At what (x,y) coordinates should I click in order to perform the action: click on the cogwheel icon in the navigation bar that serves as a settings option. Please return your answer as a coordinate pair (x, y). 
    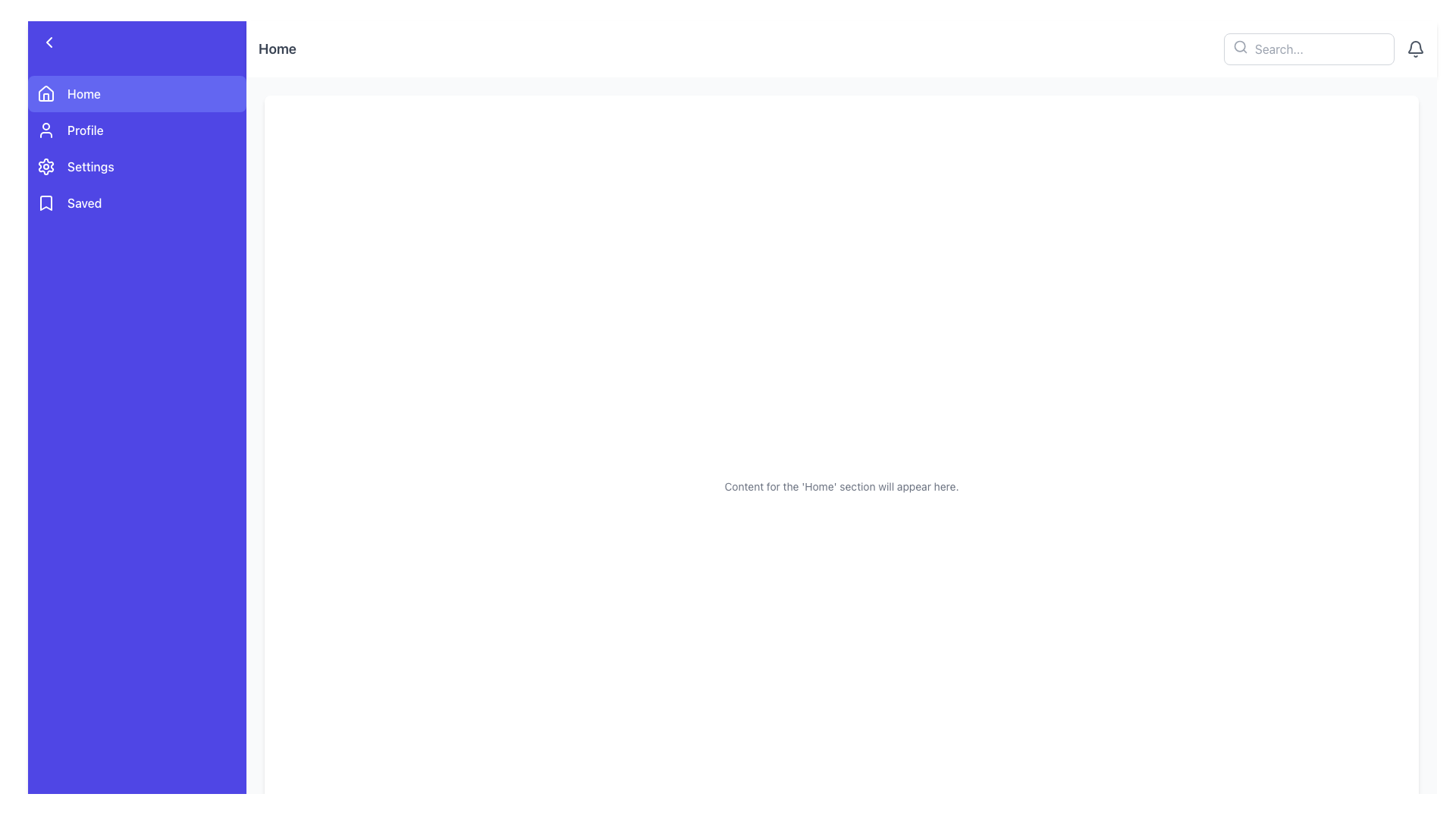
    Looking at the image, I should click on (46, 166).